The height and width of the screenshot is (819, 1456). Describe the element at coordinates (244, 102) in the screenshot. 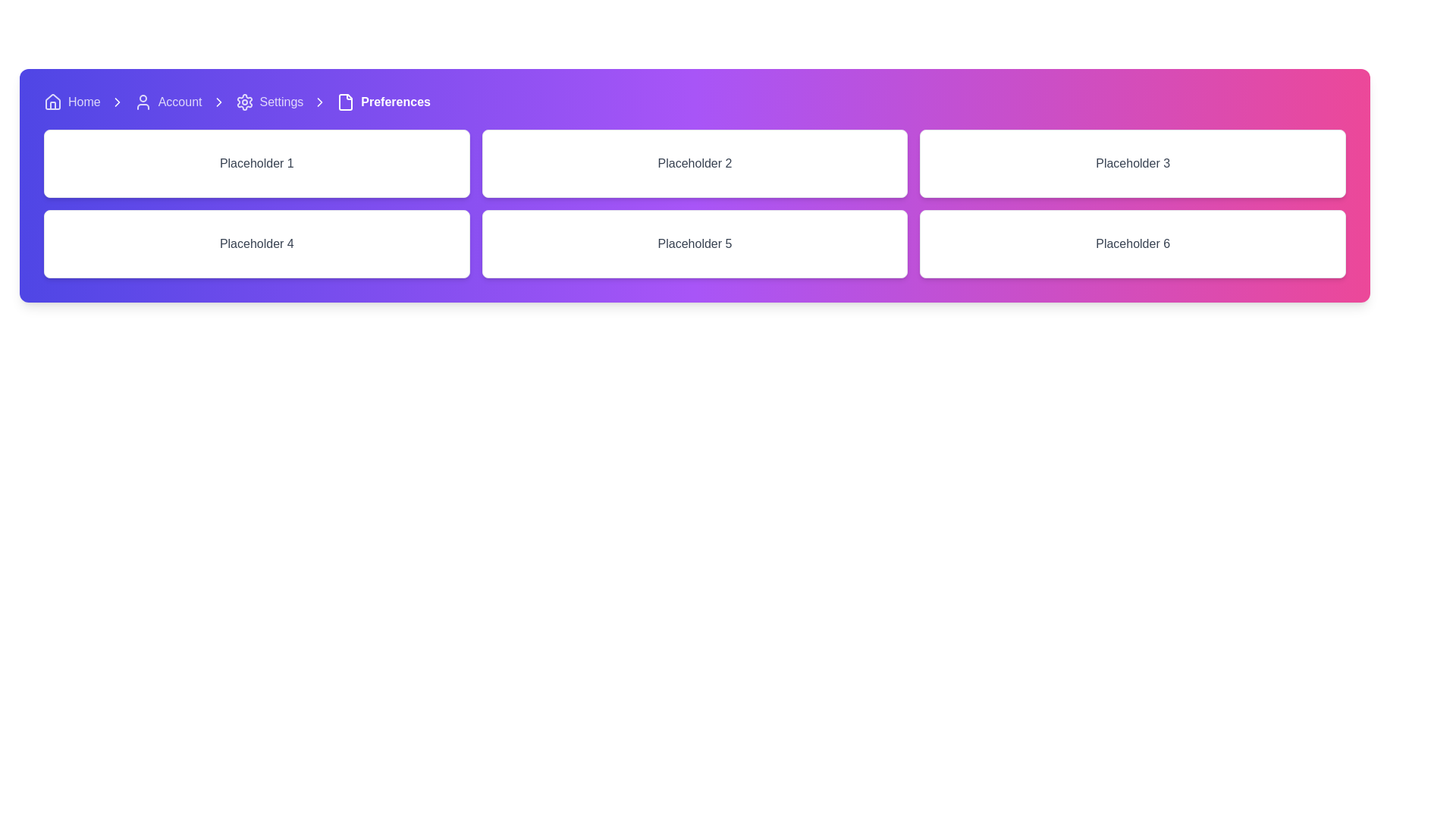

I see `the settings icon located centrally in the breadcrumb trail` at that location.